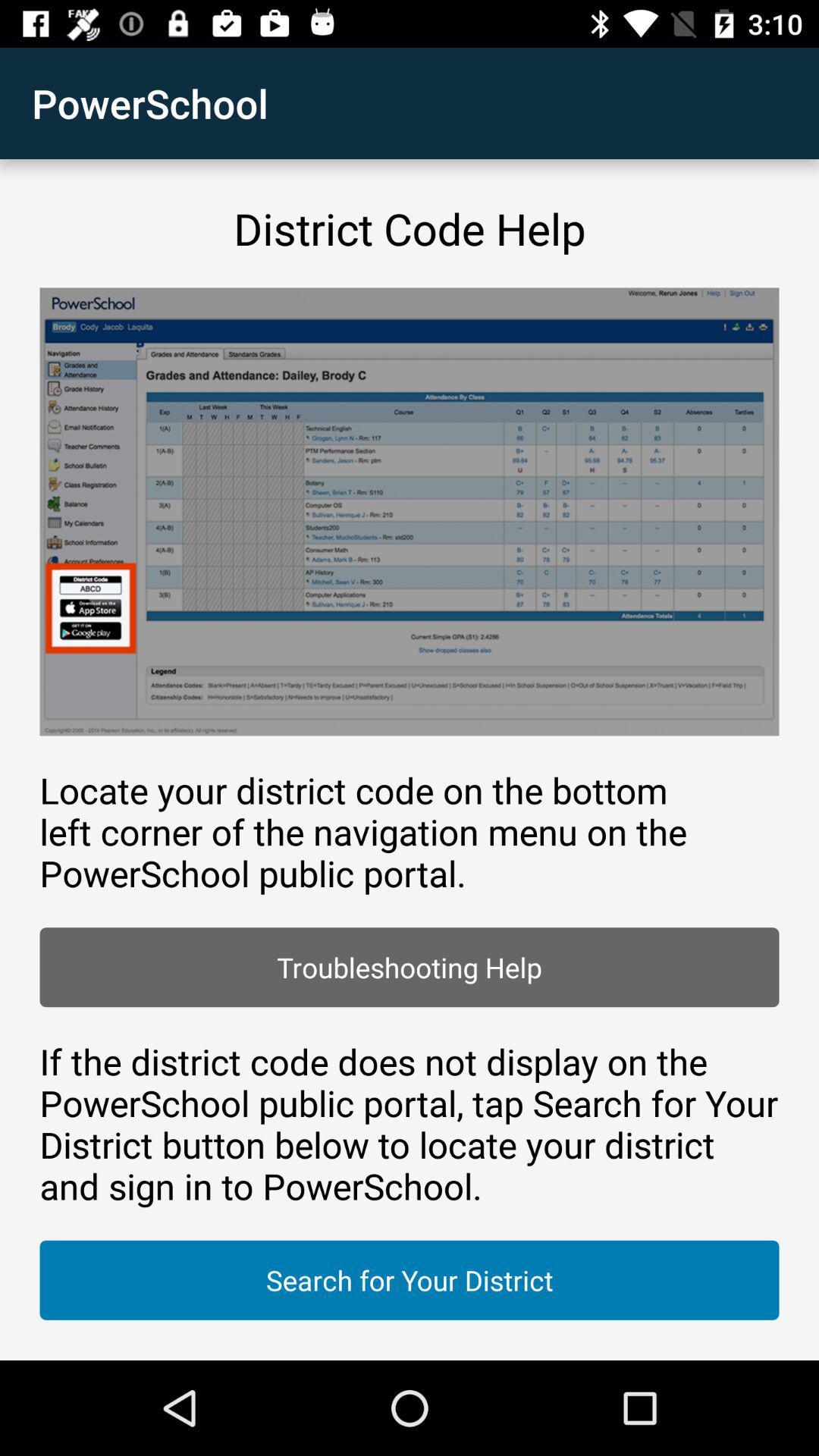 This screenshot has height=1456, width=819. I want to click on troubleshooting help item, so click(409, 966).